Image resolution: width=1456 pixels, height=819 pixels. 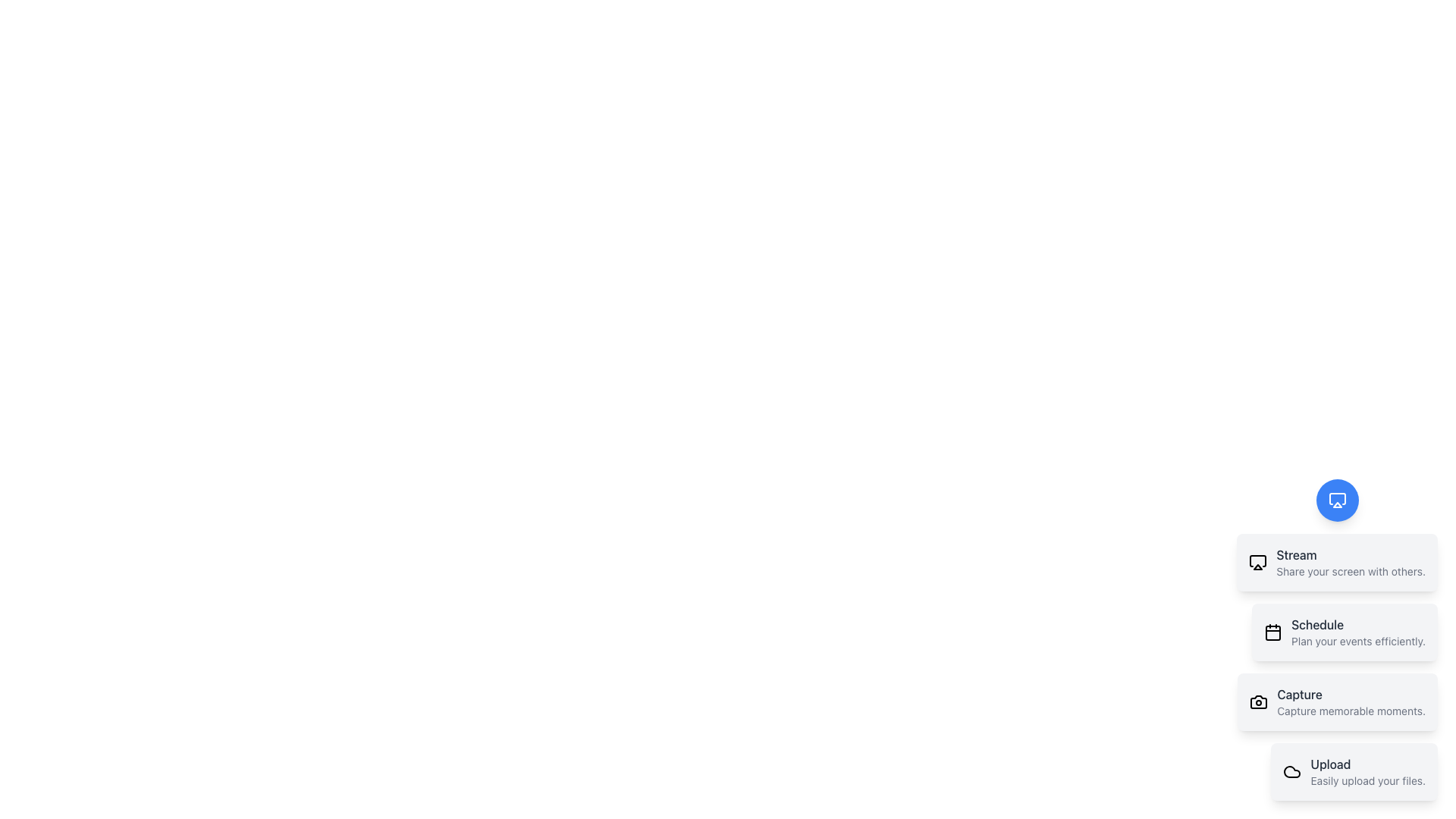 What do you see at coordinates (1351, 711) in the screenshot?
I see `the descriptive text that reads 'Capture memorable moments.' This text is styled in a small-sized gray font and is positioned below a larger, bolded text saying 'Capture.'` at bounding box center [1351, 711].